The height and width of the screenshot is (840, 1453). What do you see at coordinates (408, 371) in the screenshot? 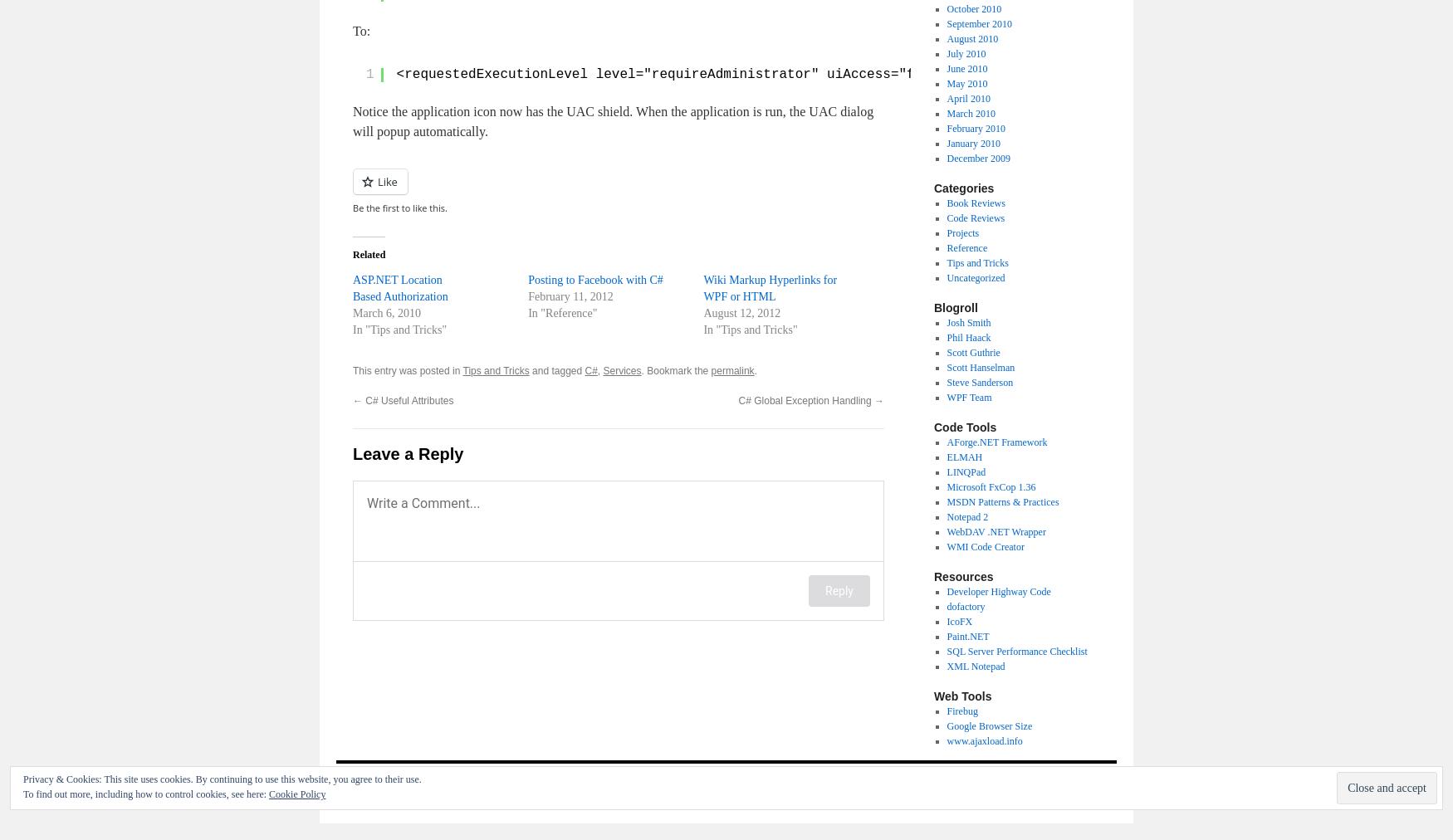
I see `'This entry was posted in'` at bounding box center [408, 371].